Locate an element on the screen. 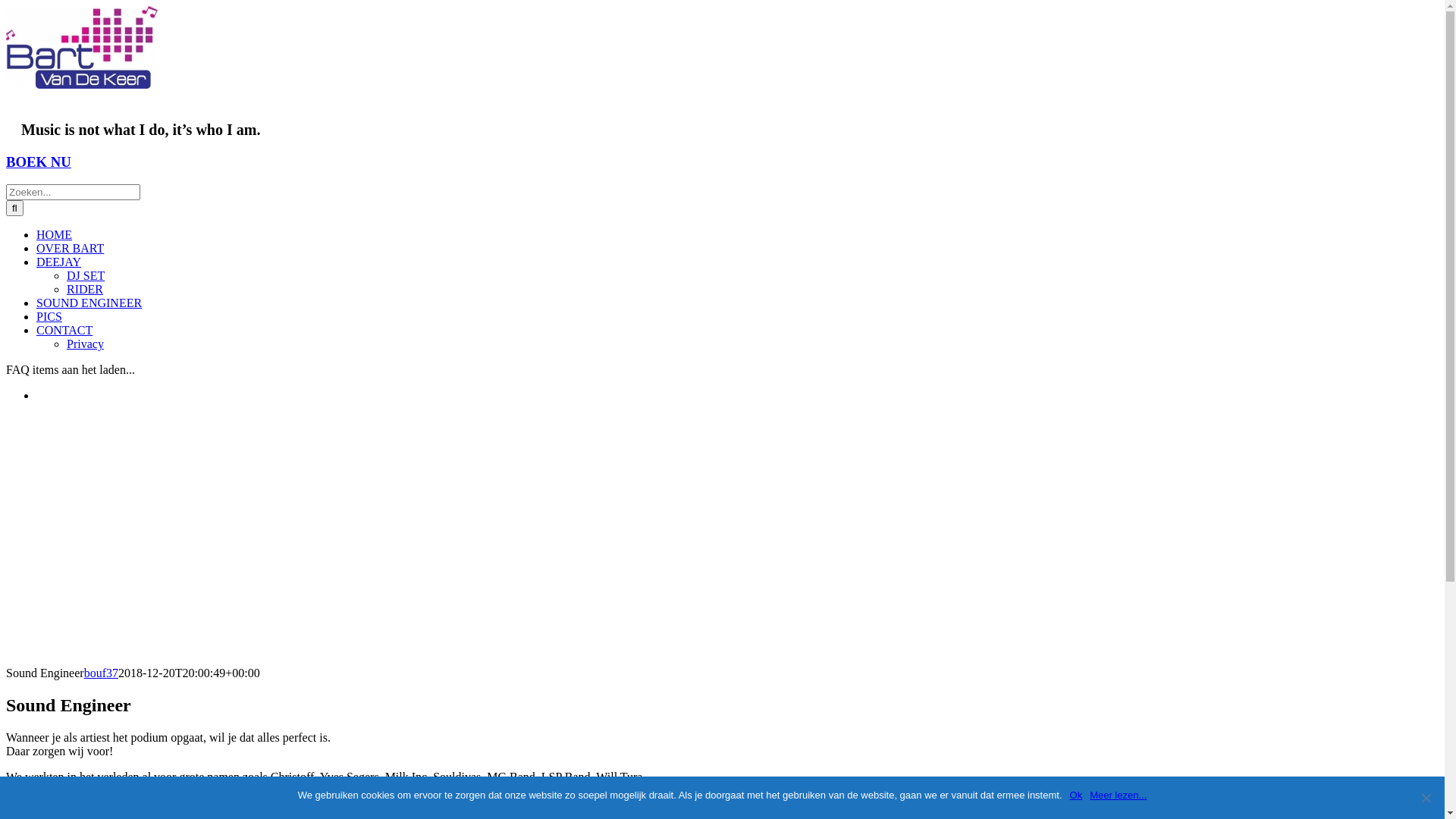 The image size is (1456, 819). 'SOUND ENGINEER' is located at coordinates (88, 303).